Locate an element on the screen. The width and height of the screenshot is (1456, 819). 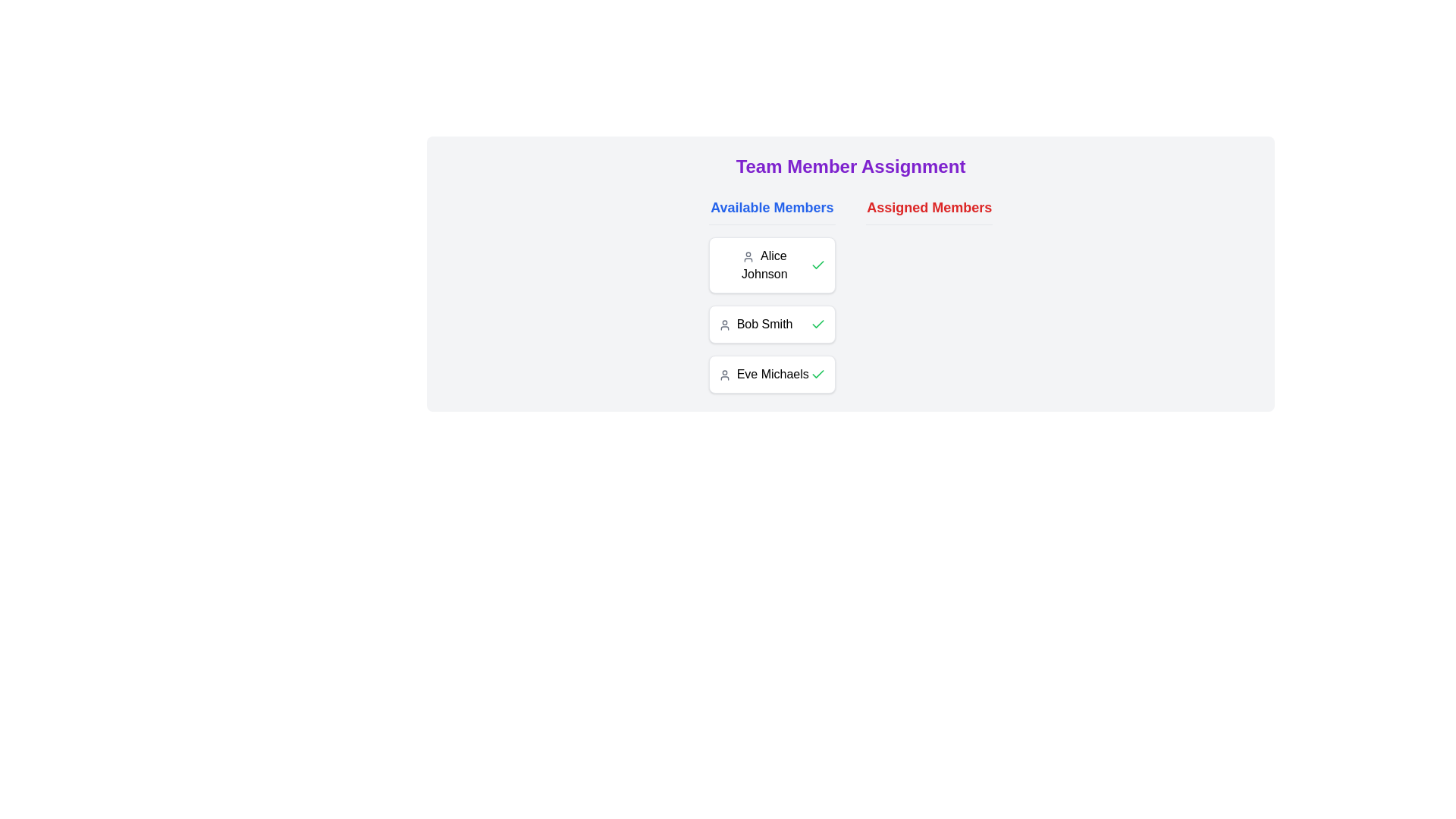
the text label 'Bob Smith', which is the second item in the 'Available Members' section, styled with a medium weight font and aligned to the right of a user profile icon is located at coordinates (764, 323).